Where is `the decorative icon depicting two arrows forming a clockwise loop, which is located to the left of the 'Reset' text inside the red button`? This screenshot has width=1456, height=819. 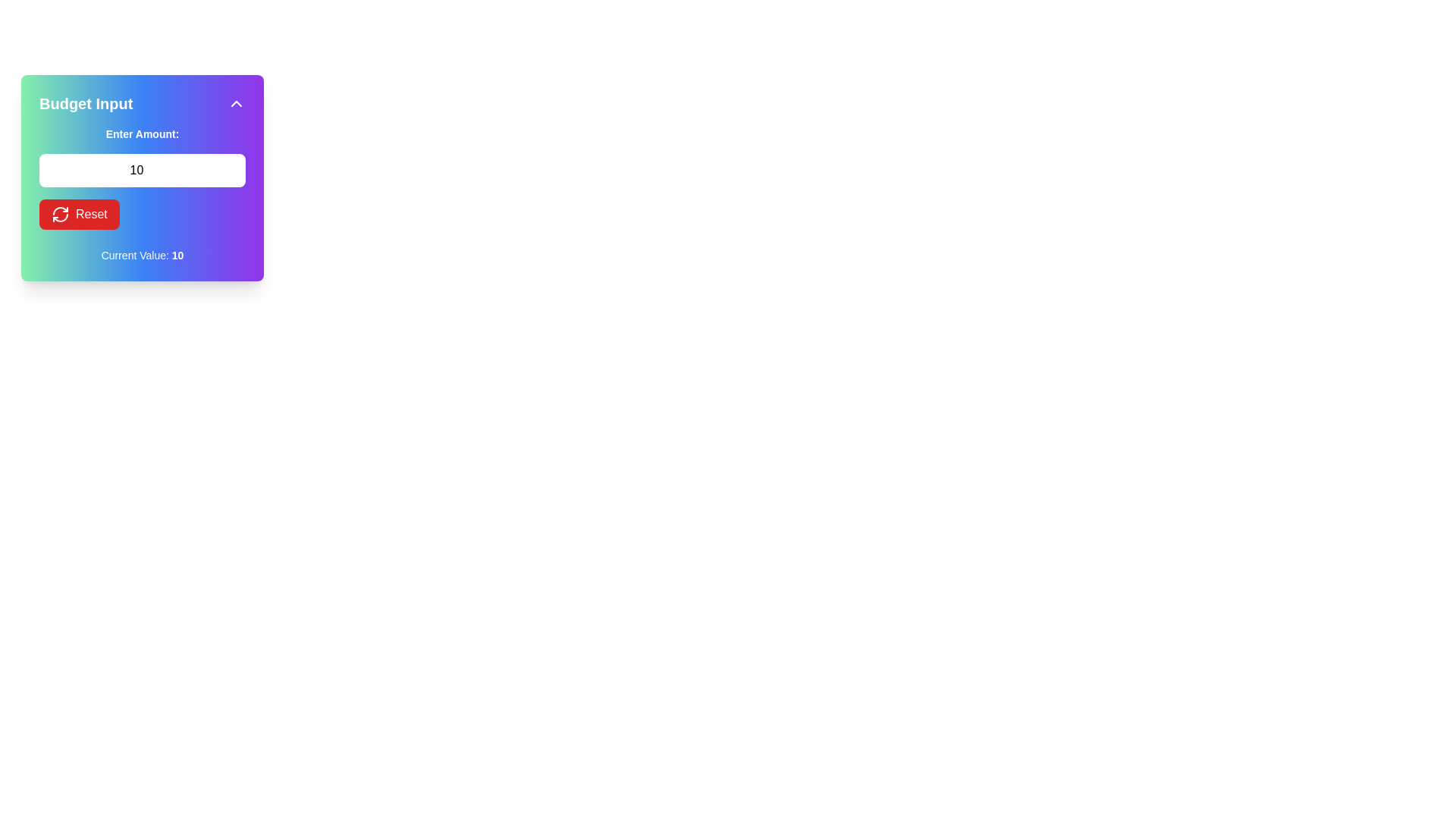 the decorative icon depicting two arrows forming a clockwise loop, which is located to the left of the 'Reset' text inside the red button is located at coordinates (61, 214).